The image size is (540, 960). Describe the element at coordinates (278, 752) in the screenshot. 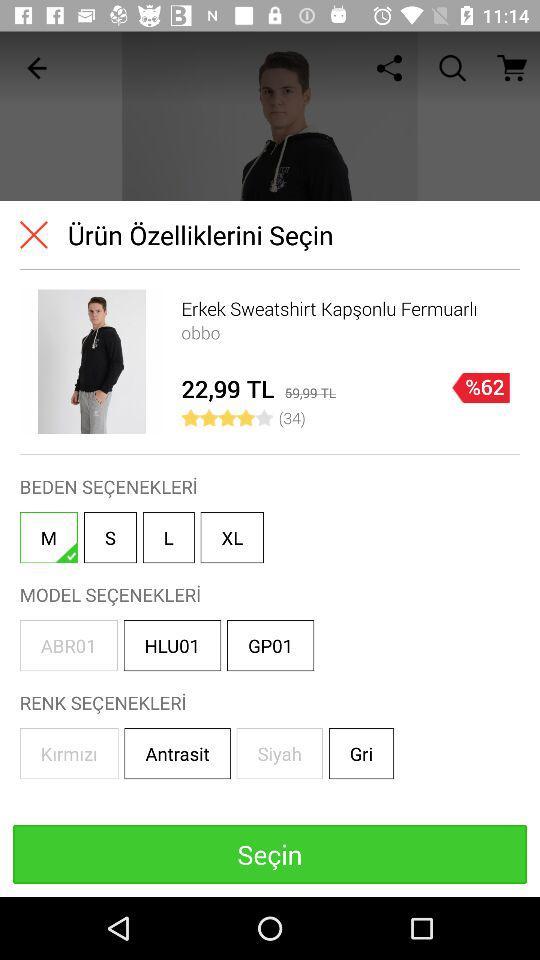

I see `the box that reads siyah` at that location.